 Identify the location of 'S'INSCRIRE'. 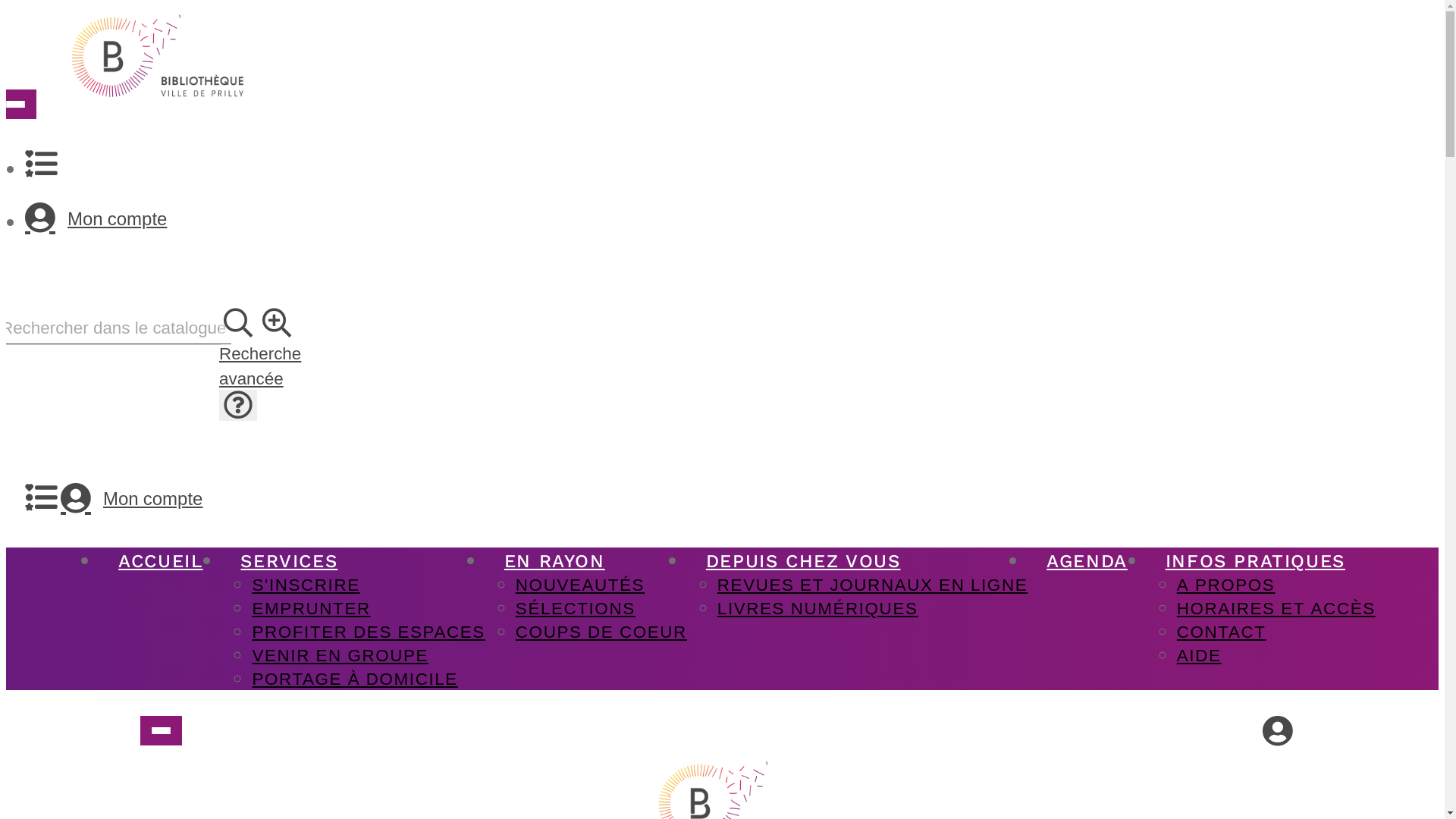
(305, 583).